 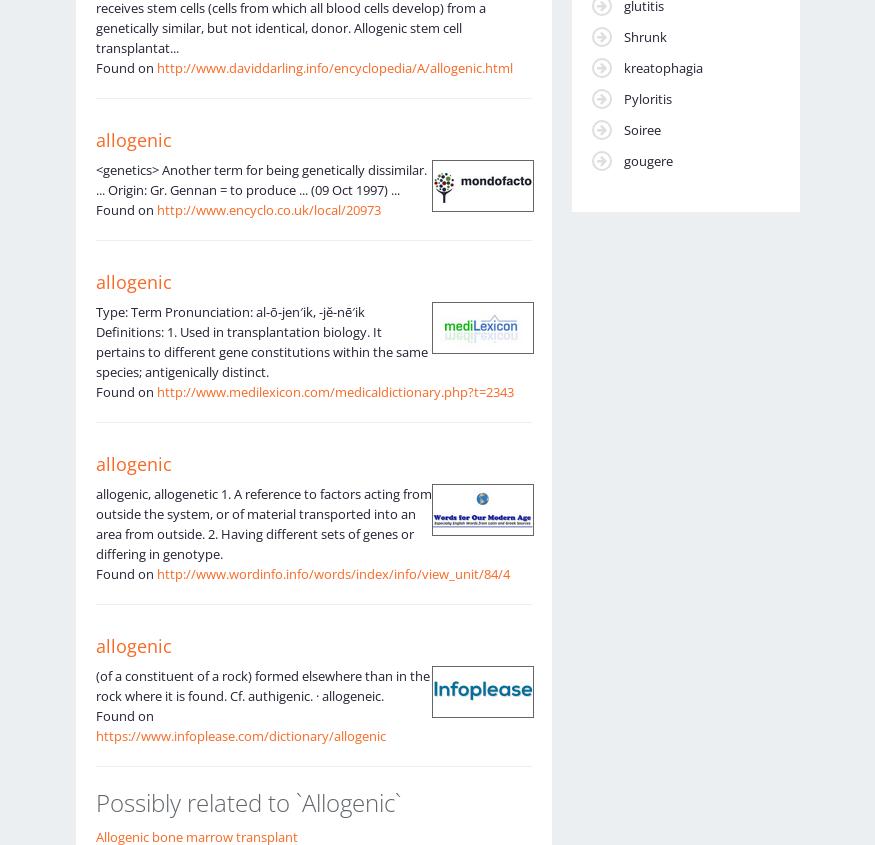 I want to click on 'gougere', so click(x=646, y=159).